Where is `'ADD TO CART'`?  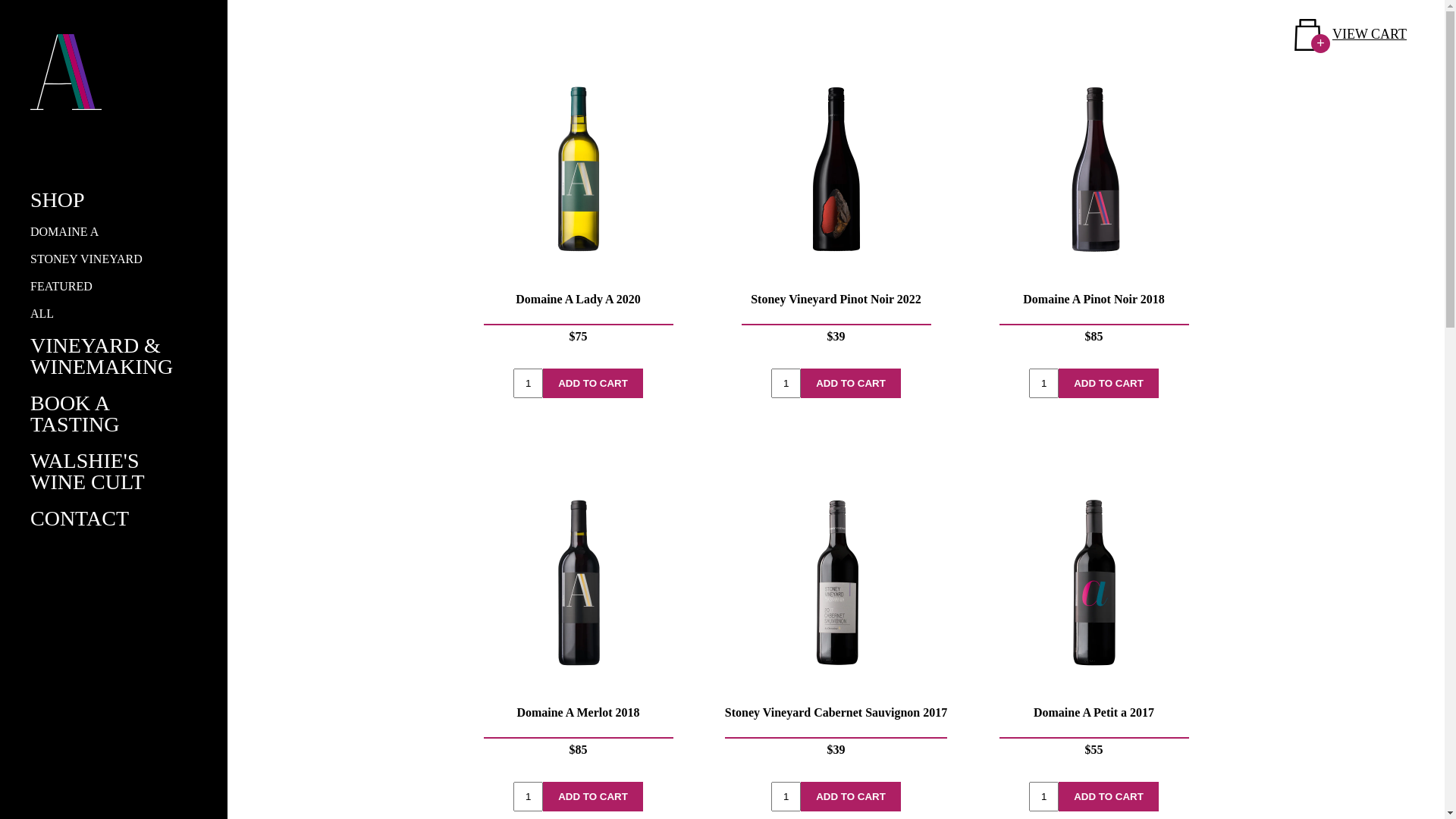 'ADD TO CART' is located at coordinates (1109, 382).